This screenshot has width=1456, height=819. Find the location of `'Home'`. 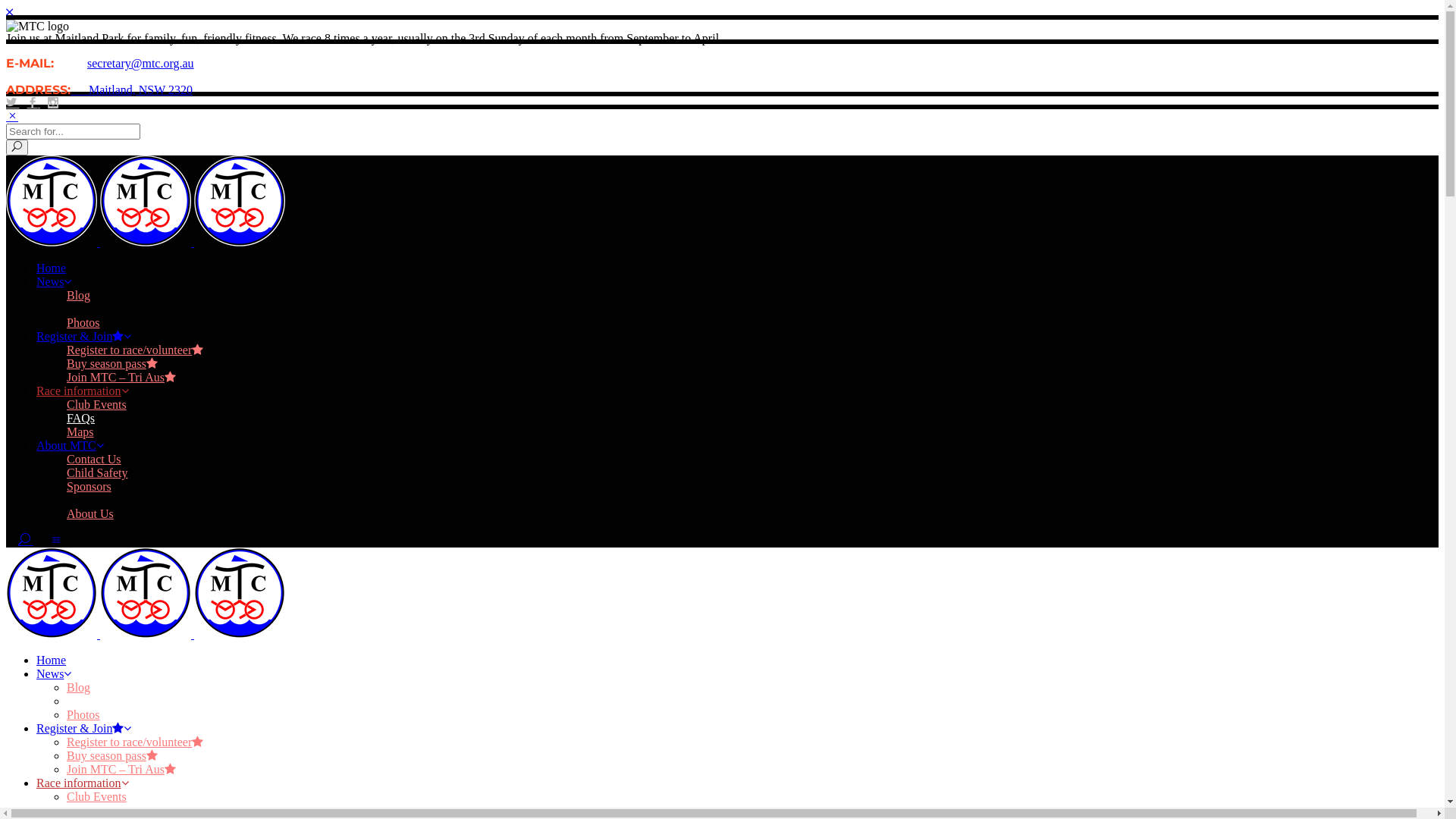

'Home' is located at coordinates (51, 267).